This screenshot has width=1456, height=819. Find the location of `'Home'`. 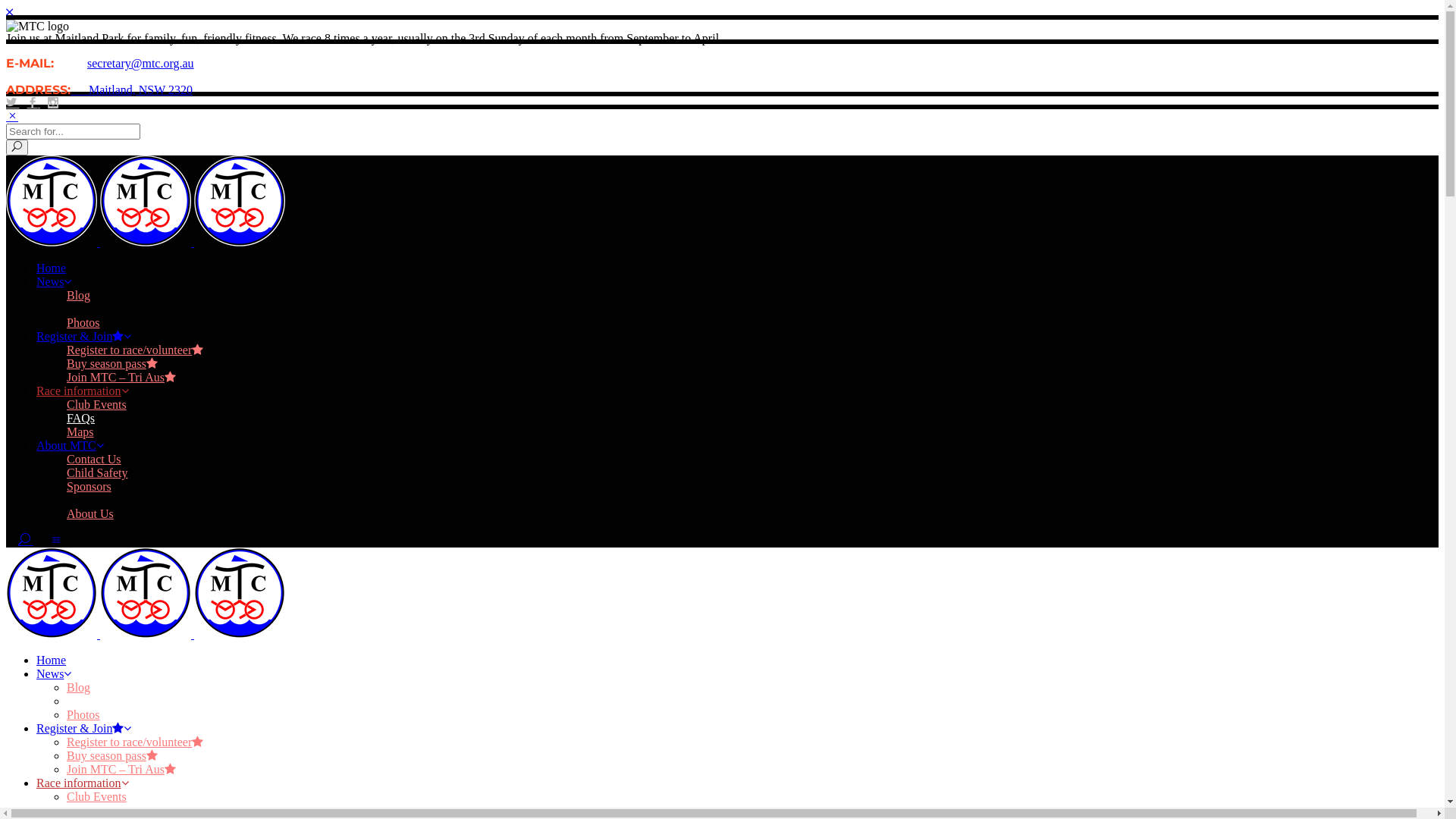

'Home' is located at coordinates (51, 267).